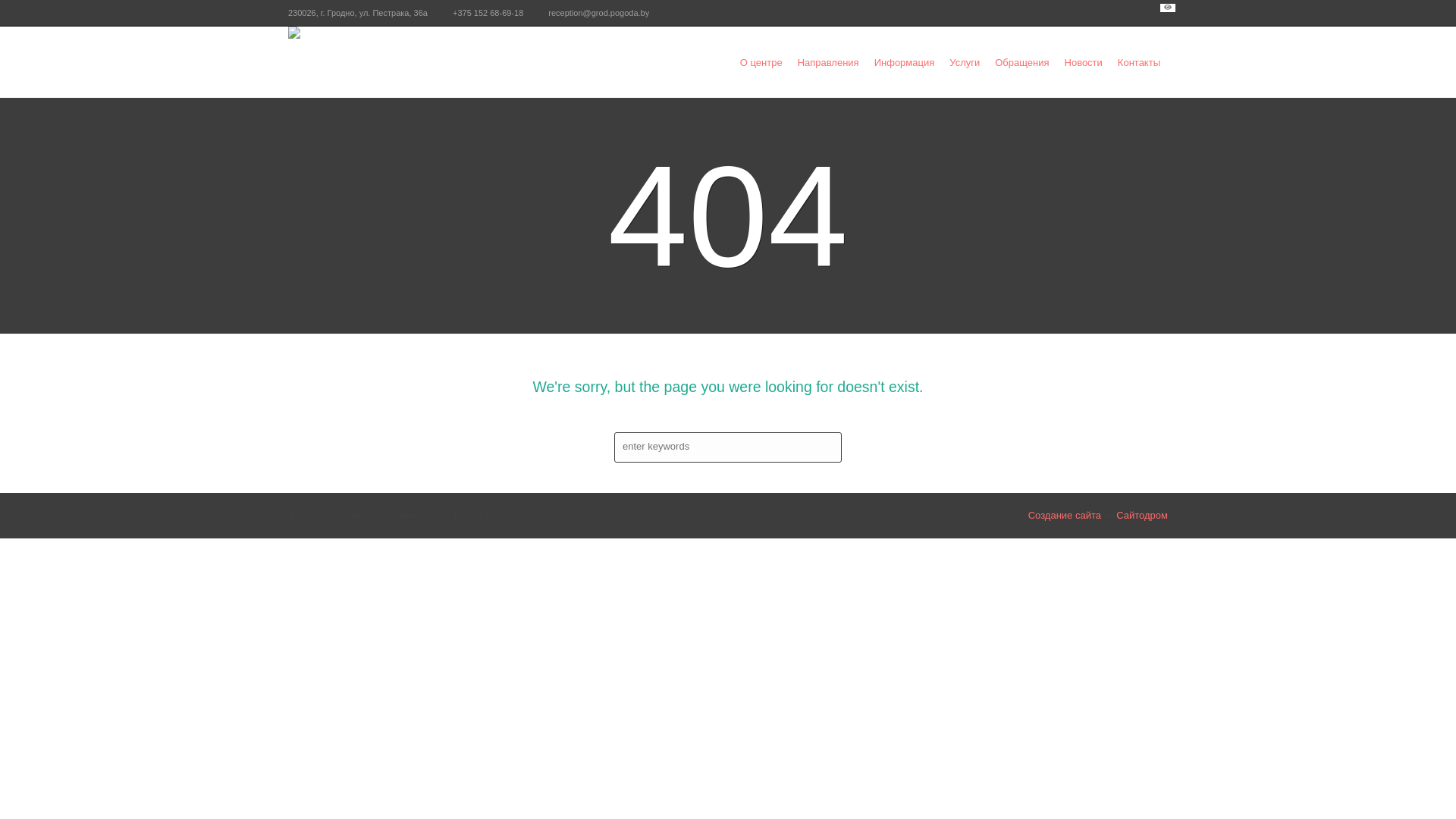  Describe the element at coordinates (488, 11) in the screenshot. I see `'+375 152 68-69-18'` at that location.